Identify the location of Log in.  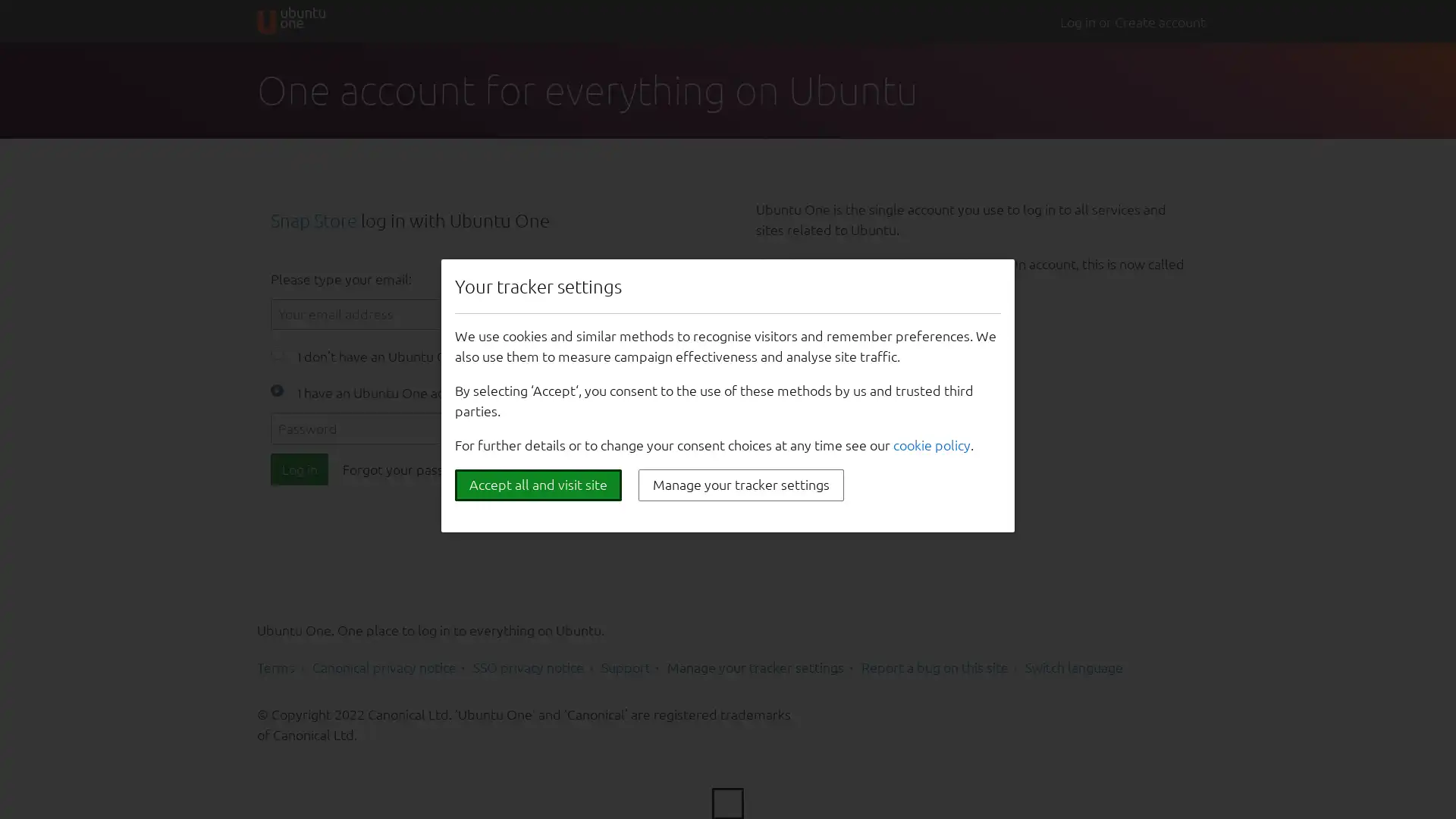
(299, 468).